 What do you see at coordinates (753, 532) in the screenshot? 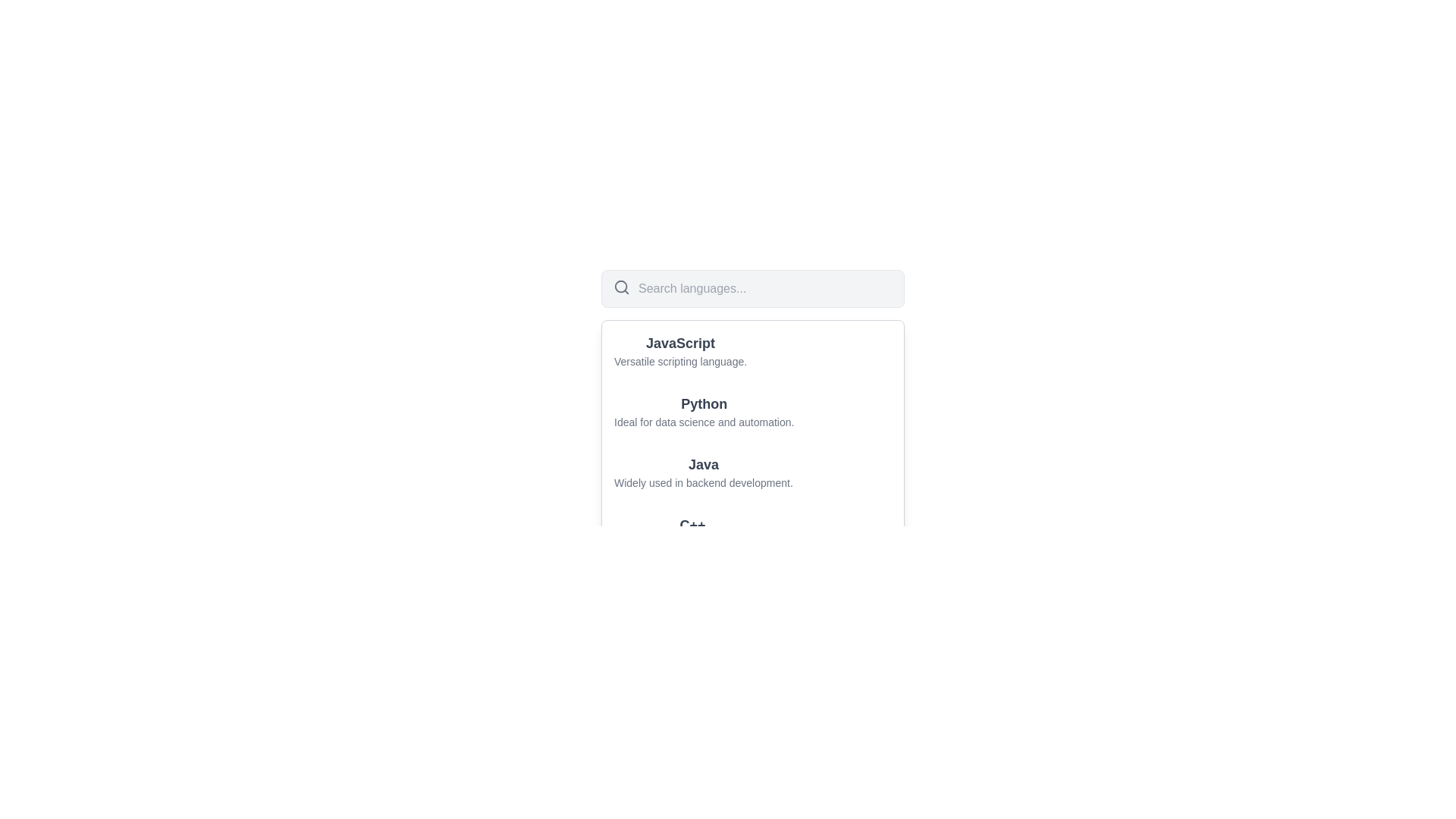
I see `the fourth list item representing the programming language 'C++' in the vertical menu, which is positioned below 'Java' and above 'Ruby'` at bounding box center [753, 532].